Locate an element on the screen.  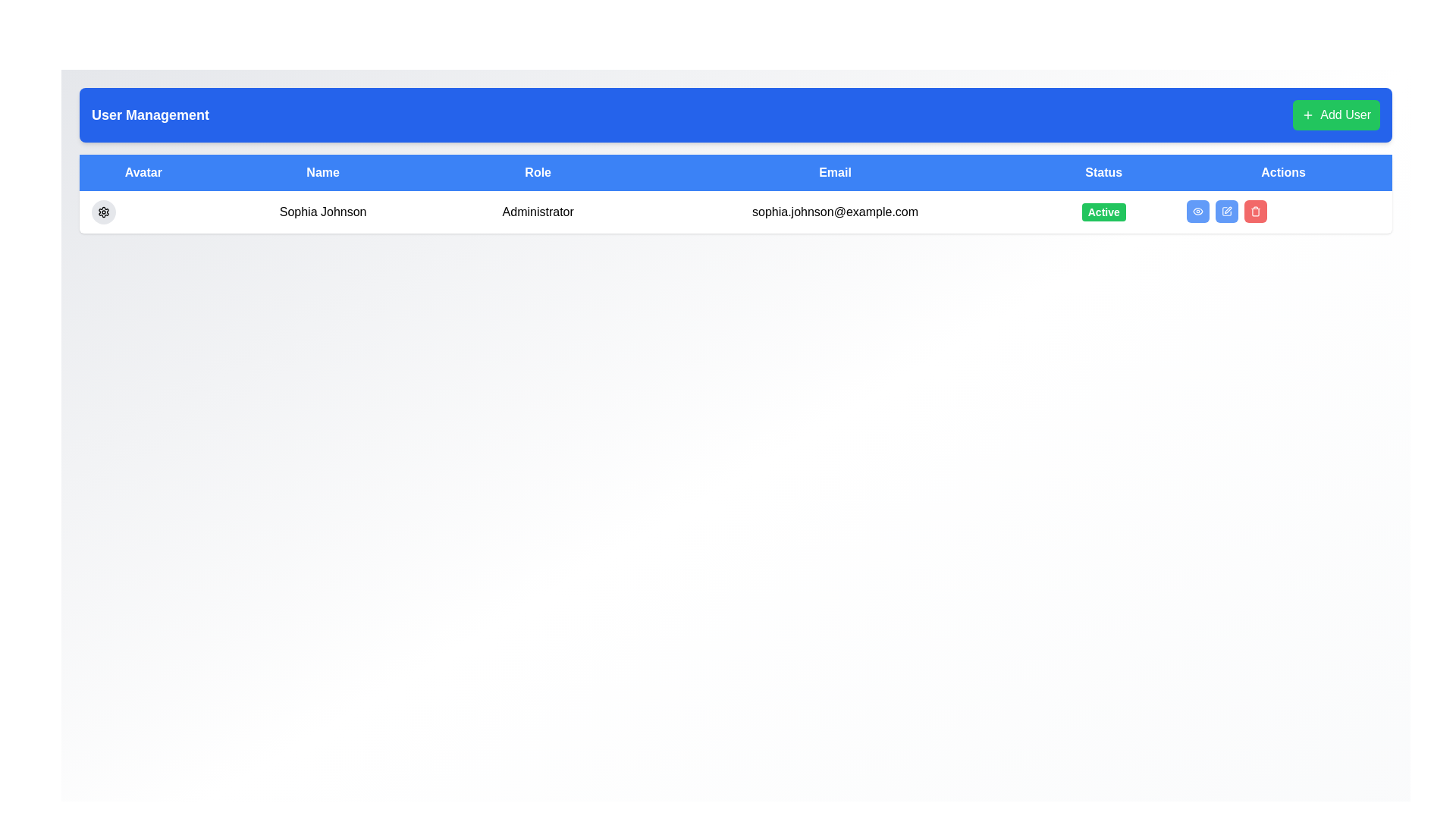
the first visual icon in the 'Actions' column of the user information table is located at coordinates (1197, 211).